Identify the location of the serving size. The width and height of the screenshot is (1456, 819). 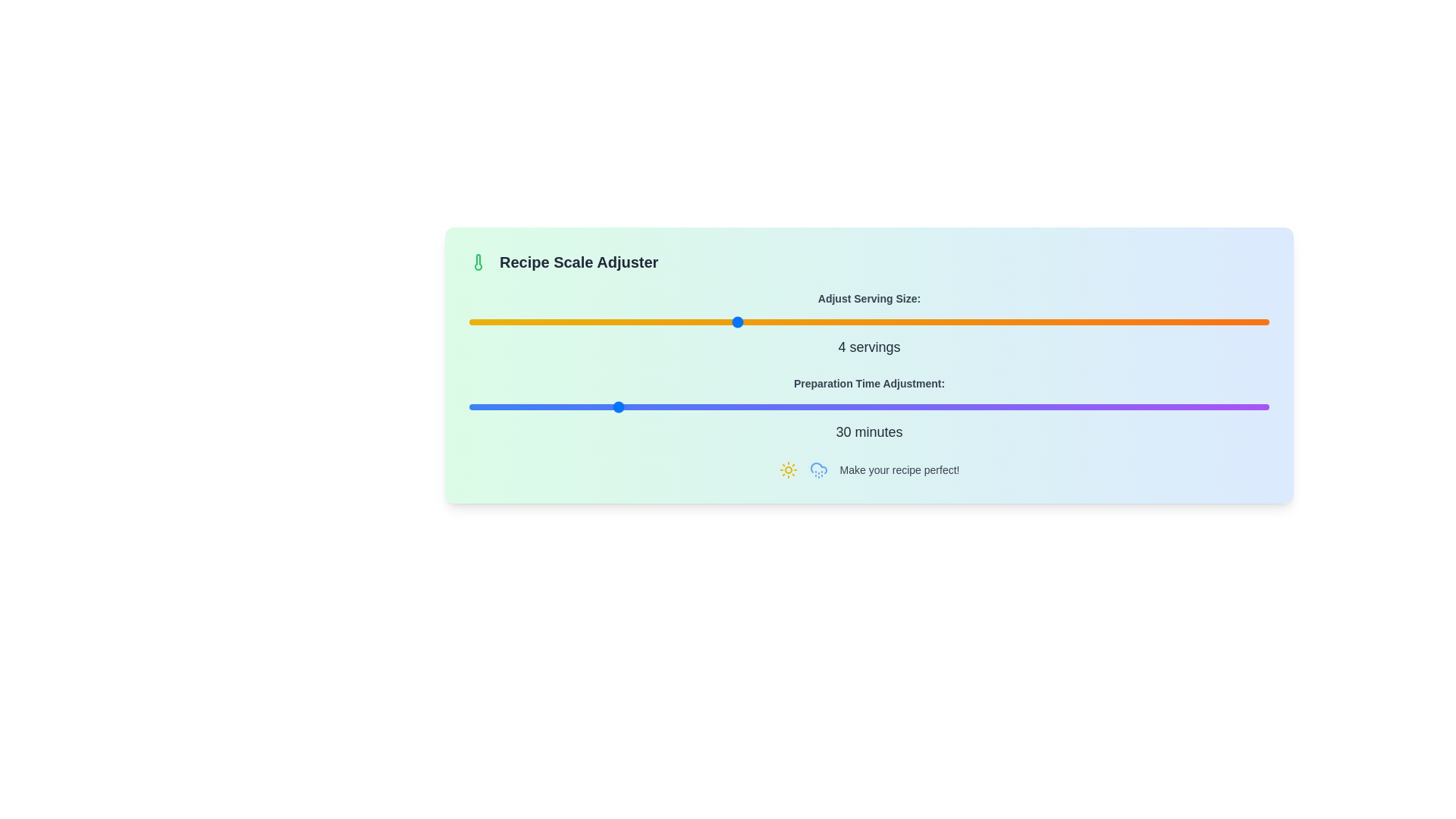
(557, 321).